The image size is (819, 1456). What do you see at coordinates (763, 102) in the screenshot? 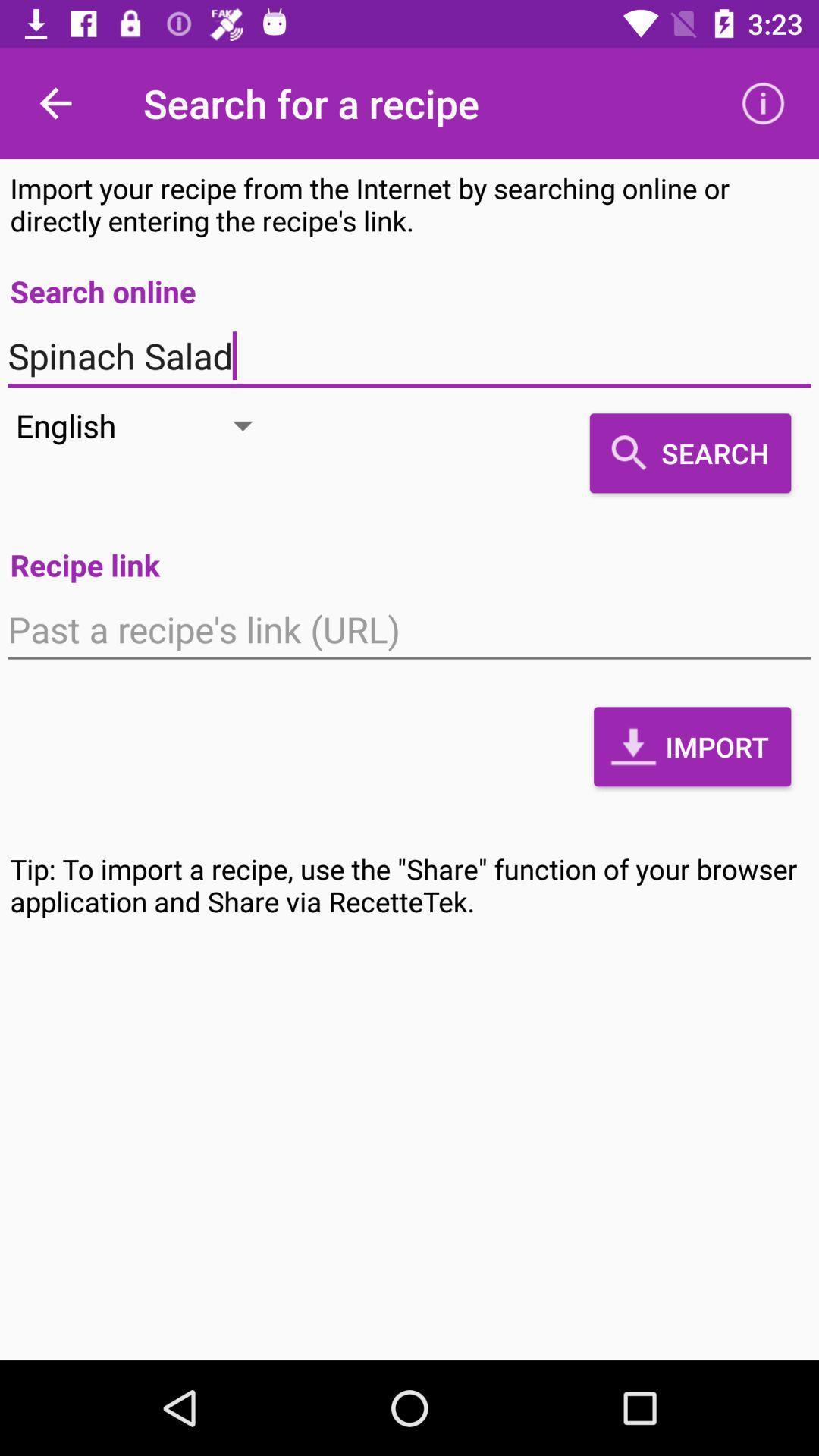
I see `item next to search for a item` at bounding box center [763, 102].